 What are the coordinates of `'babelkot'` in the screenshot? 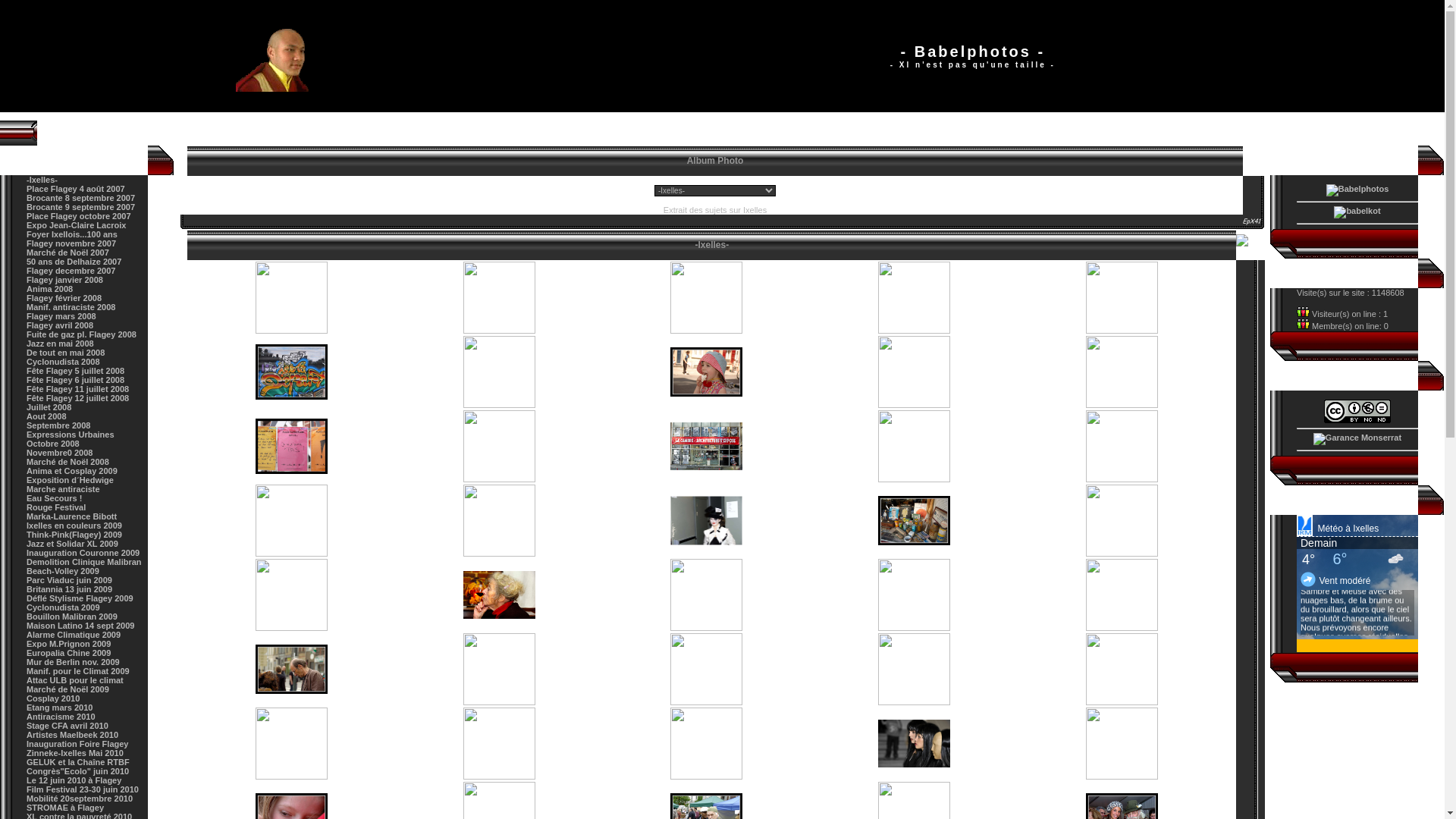 It's located at (1357, 212).